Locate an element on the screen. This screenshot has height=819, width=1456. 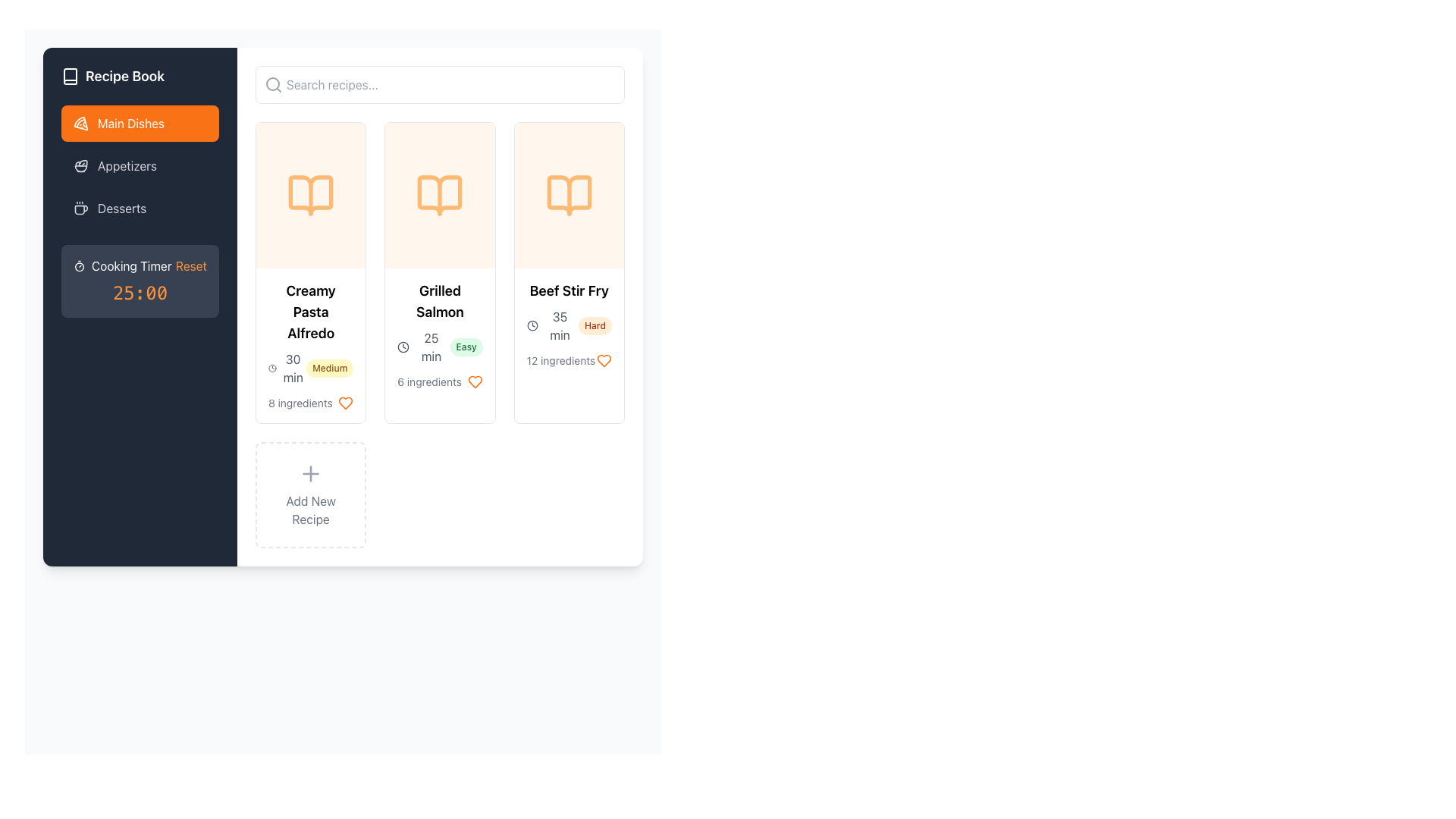
the title text label of the recipe card located at the top of the card, which is centered horizontally in the third column of the recipes section is located at coordinates (568, 291).